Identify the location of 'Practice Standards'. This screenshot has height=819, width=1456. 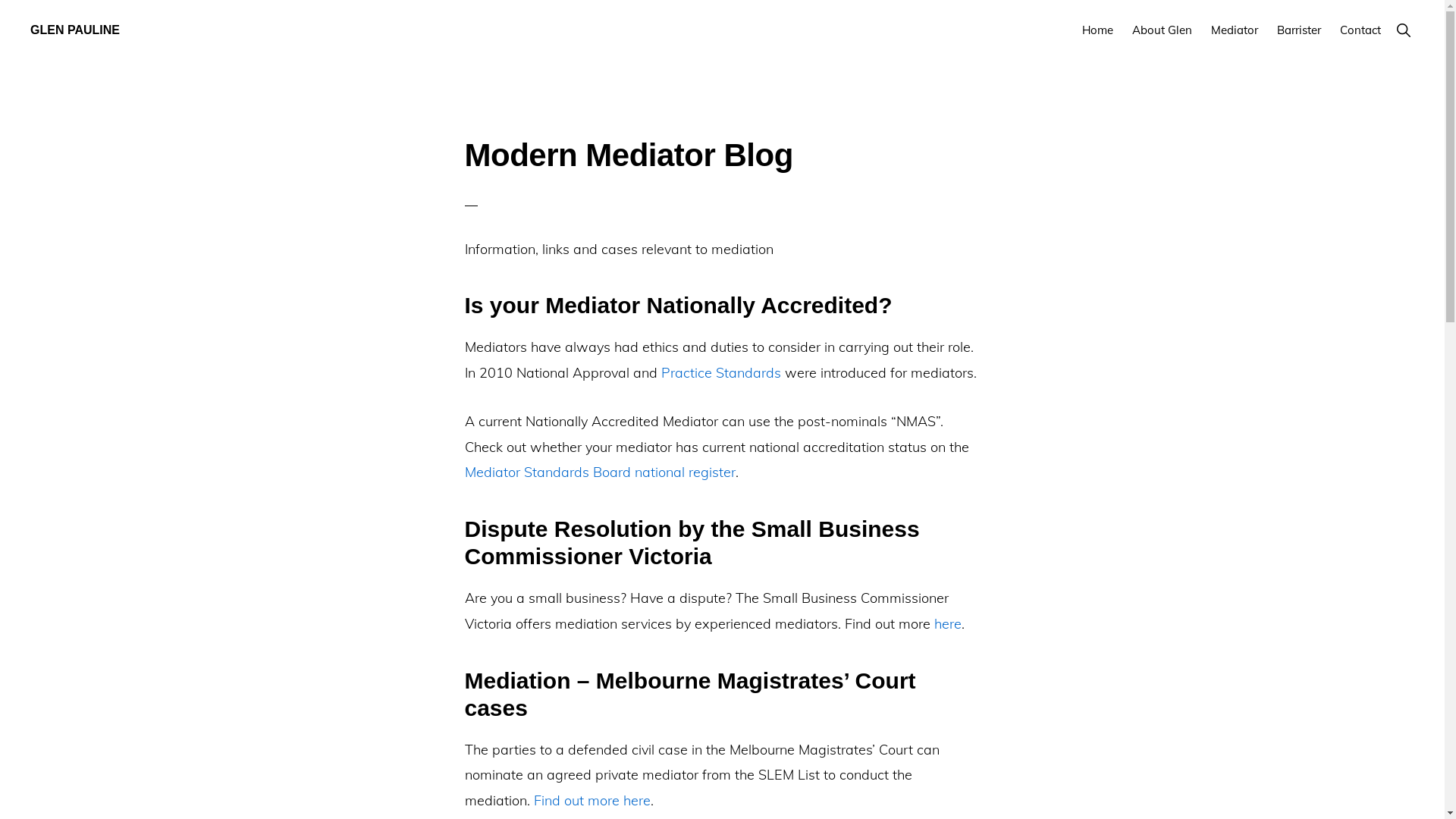
(720, 372).